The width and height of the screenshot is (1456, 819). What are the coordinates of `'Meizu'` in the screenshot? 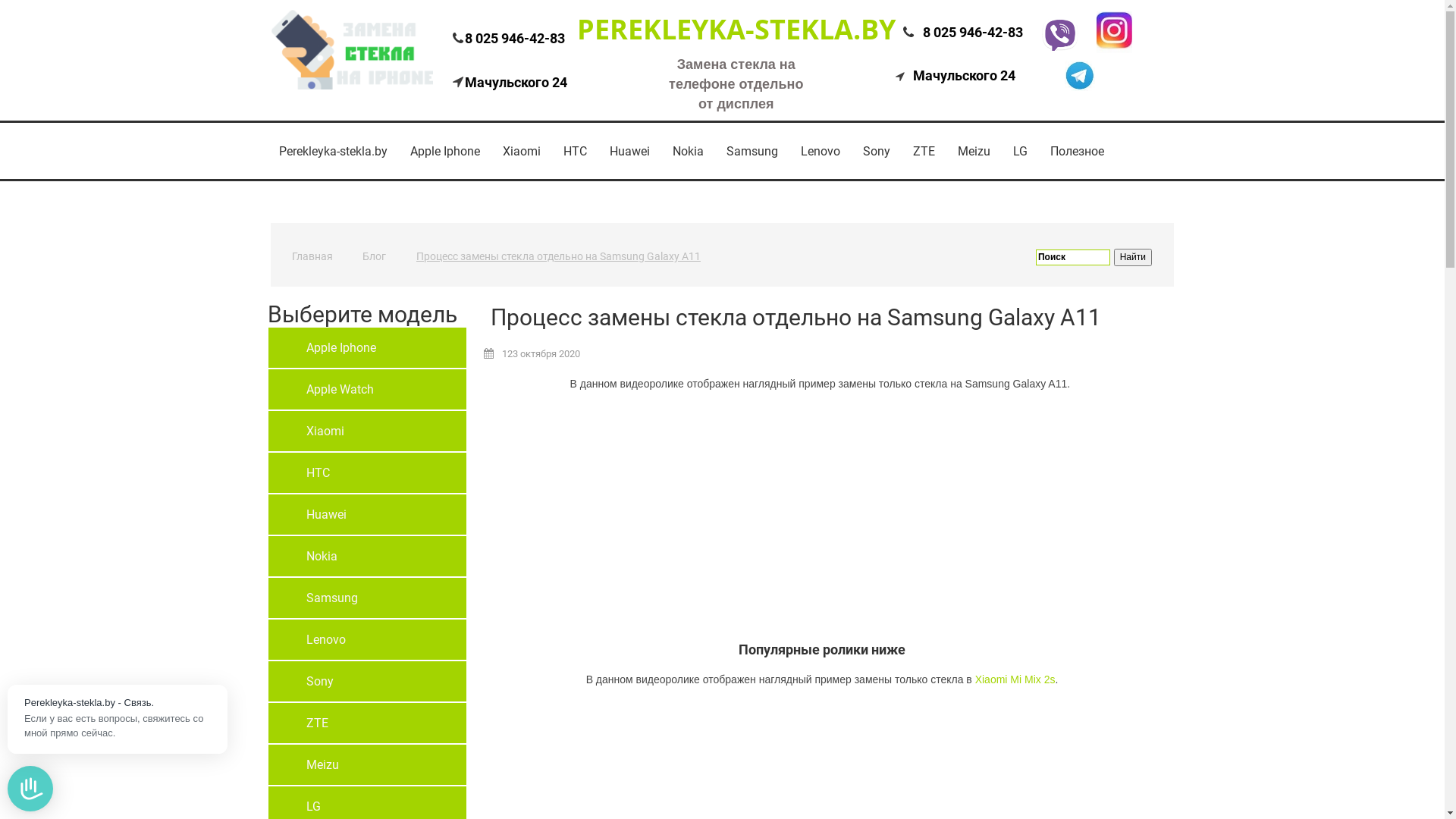 It's located at (946, 152).